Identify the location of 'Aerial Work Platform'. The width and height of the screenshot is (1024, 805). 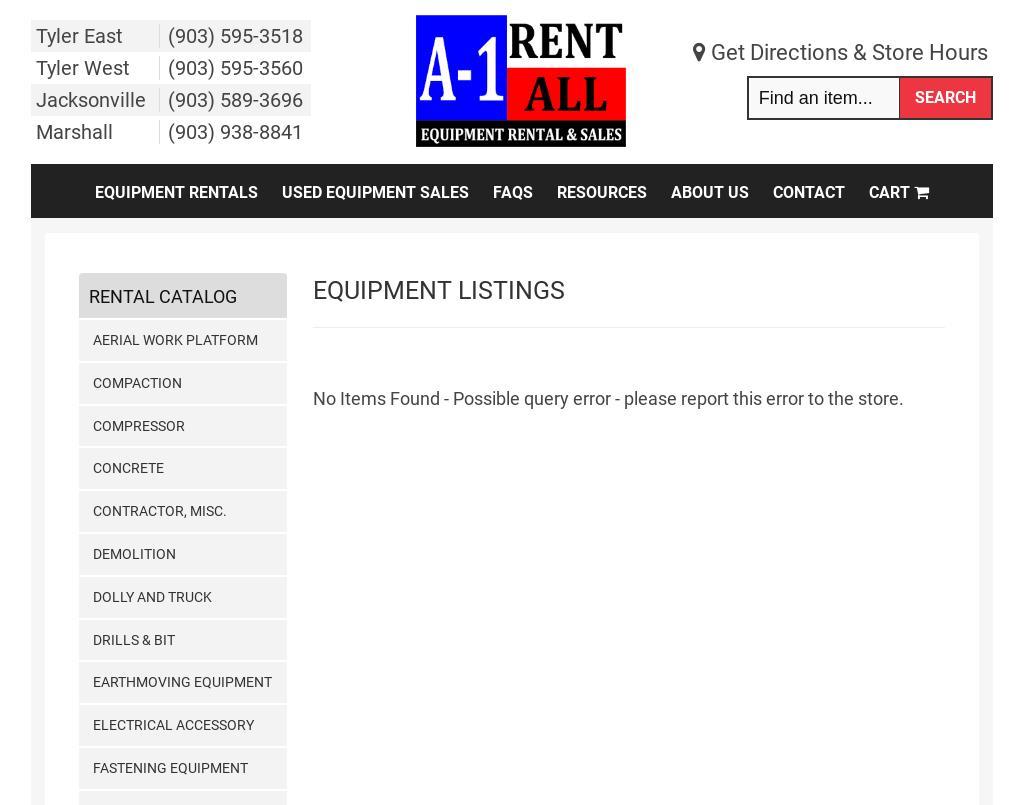
(174, 339).